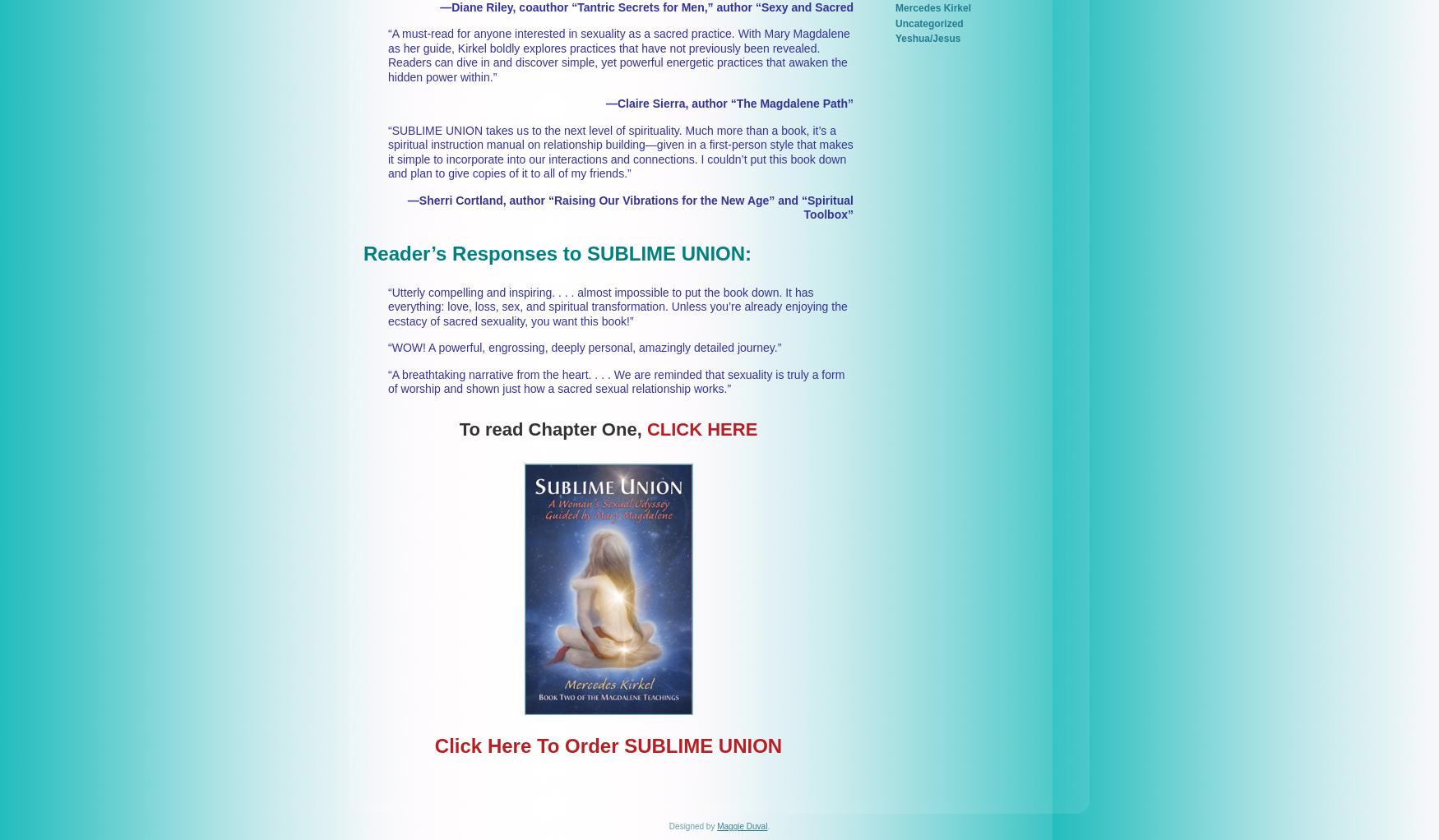 This screenshot has height=840, width=1439. I want to click on '“SUBLIME UNION takes us to the next level of spirituality. Much more than a book, it’s a spiritual instruction manual on relationship building—given in a first-person style that makes it simple to incorporate into our interactions and connections. I couldn’t put this book down and plan to give copies of it to all of my friends.”', so click(619, 151).